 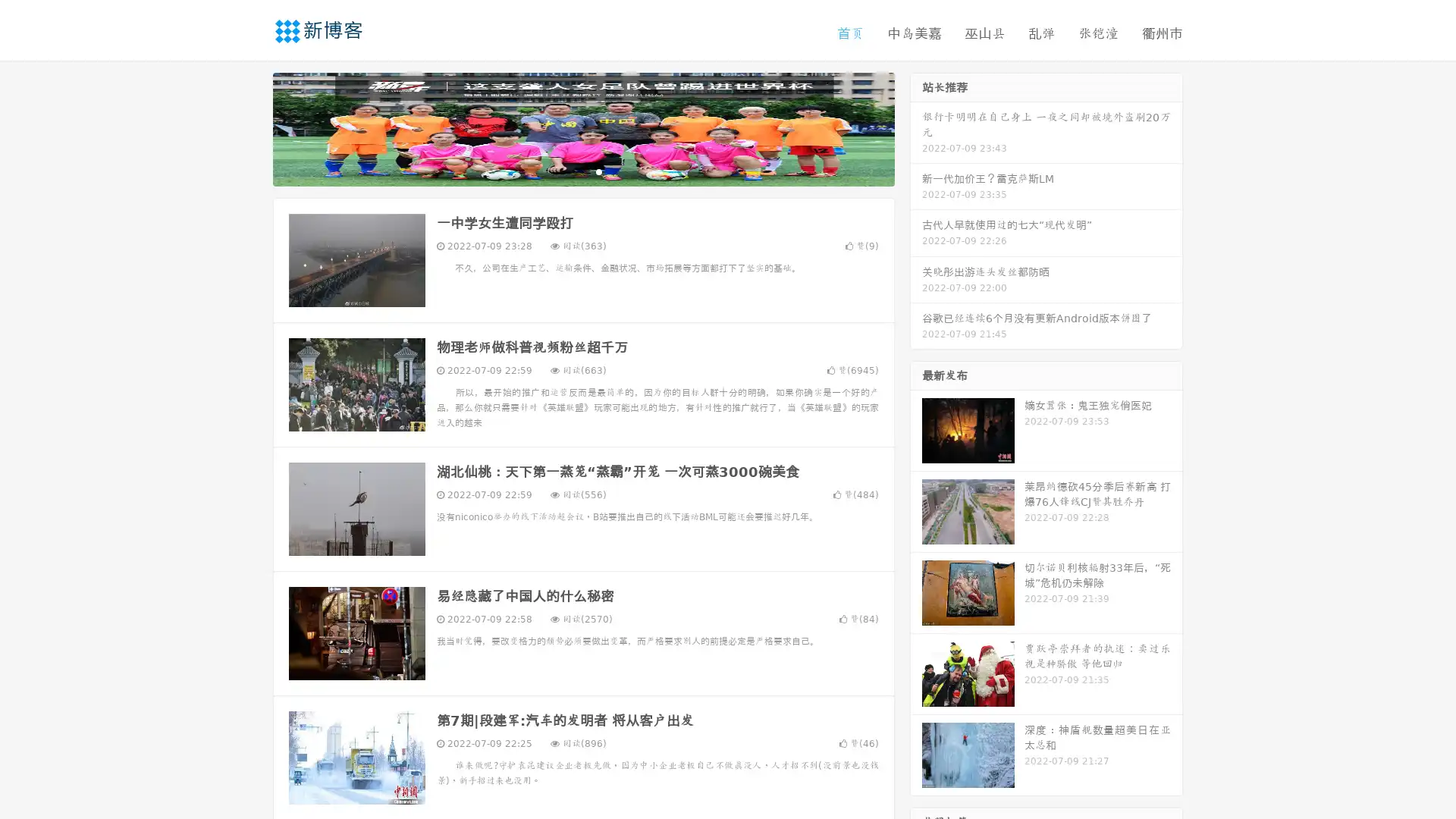 I want to click on Go to slide 1, so click(x=567, y=171).